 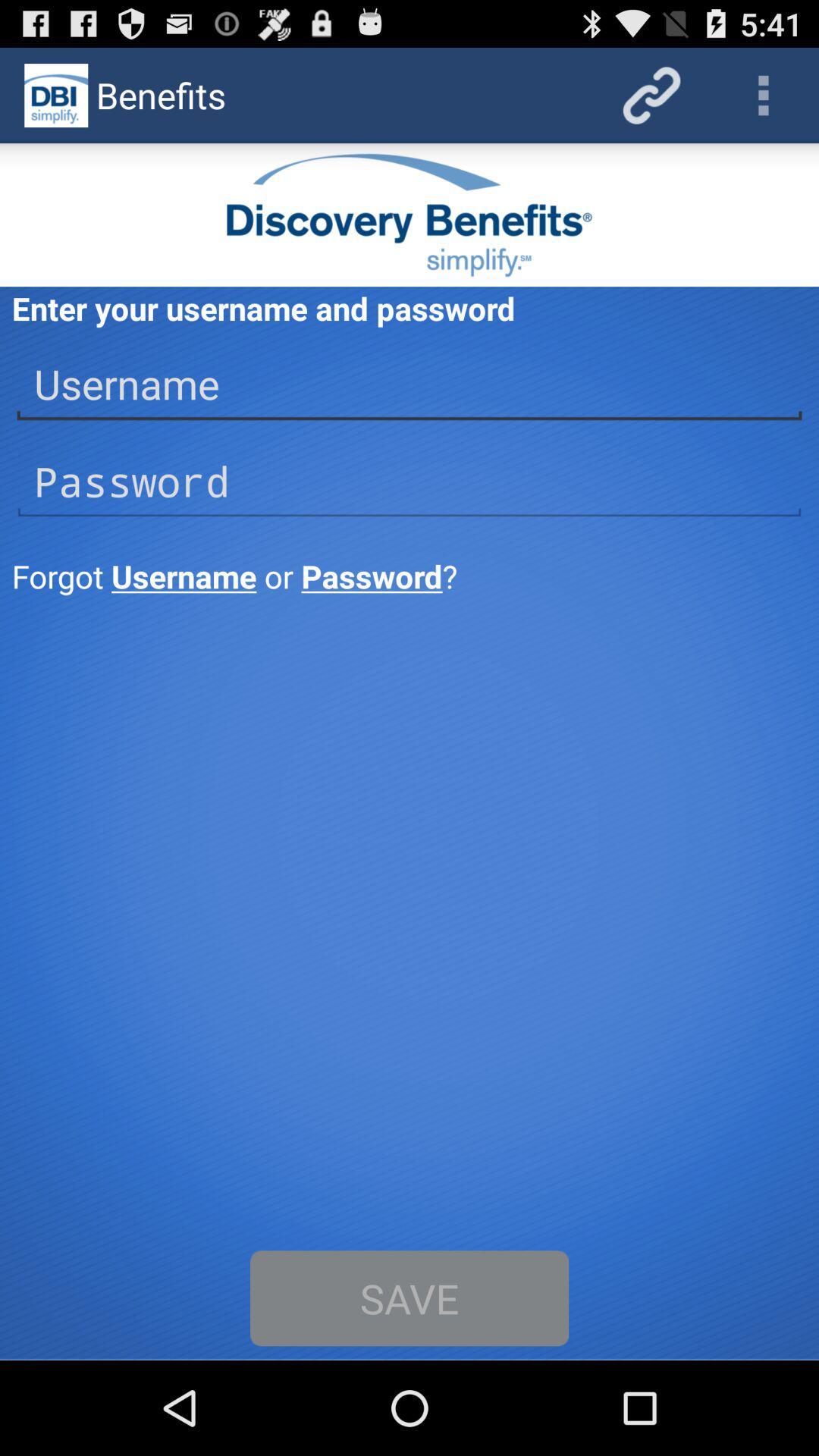 What do you see at coordinates (55, 94) in the screenshot?
I see `the logo left to benefits` at bounding box center [55, 94].